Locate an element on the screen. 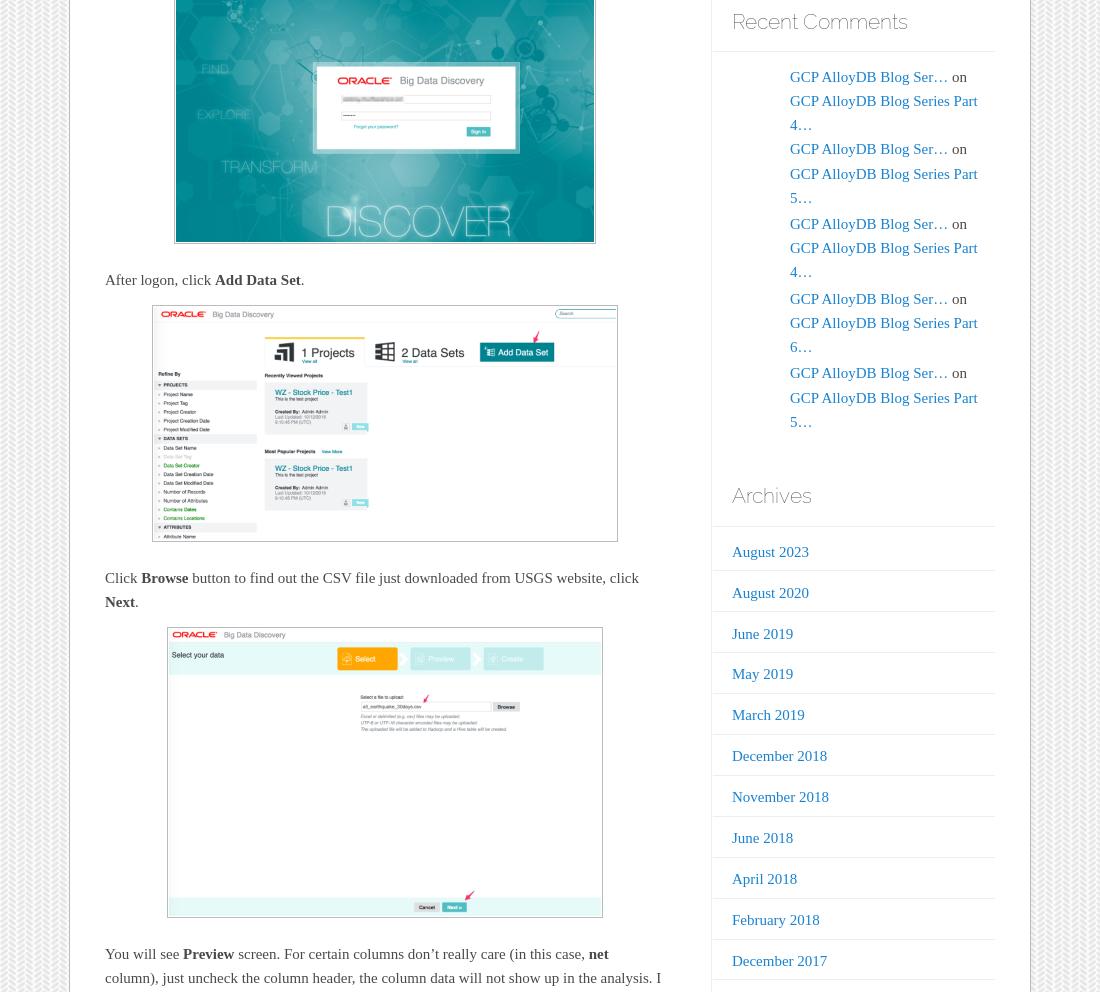 The width and height of the screenshot is (1100, 992). 'Recent Comments' is located at coordinates (818, 19).